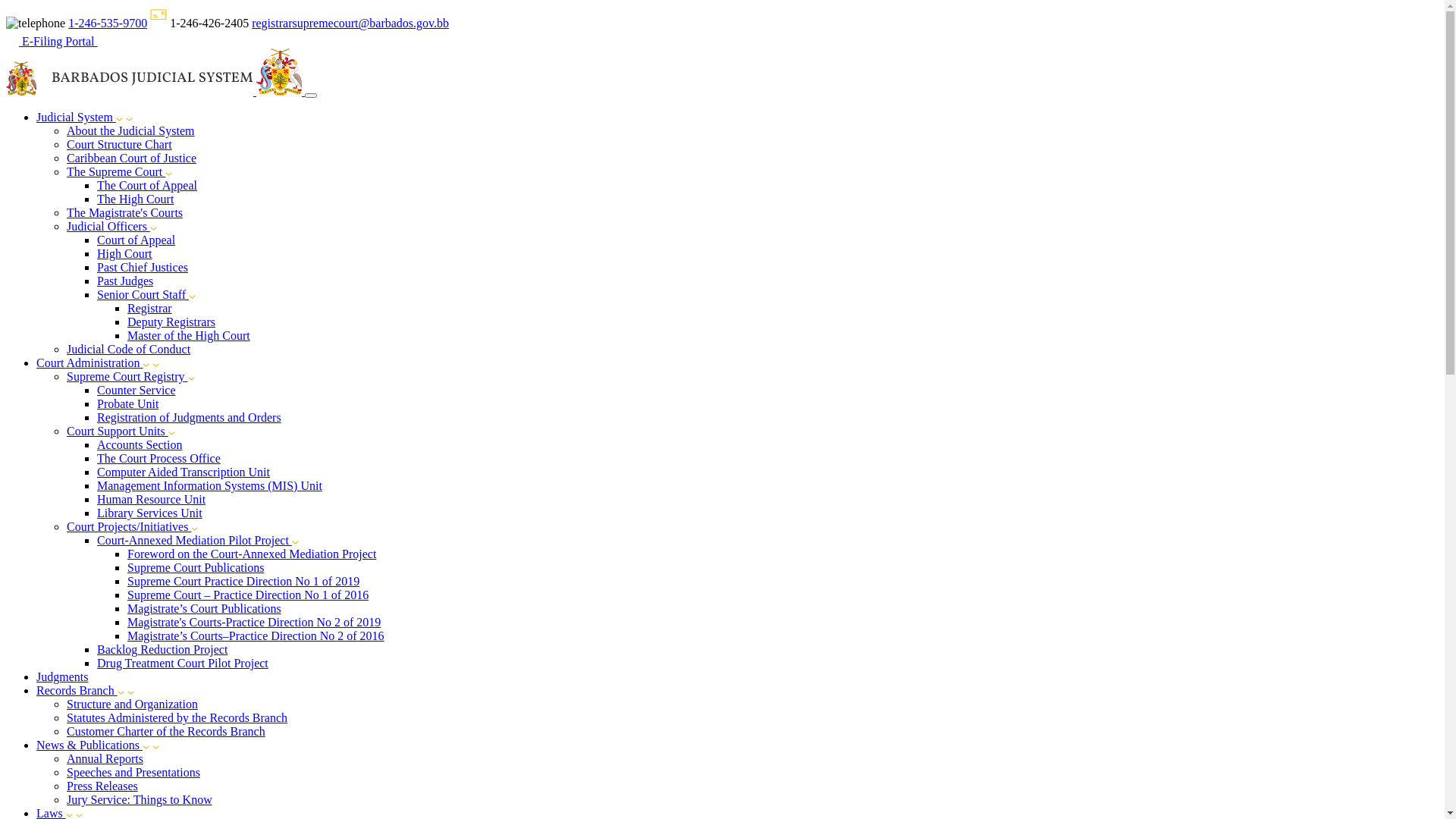 This screenshot has width=1456, height=819. I want to click on 'Judgments', so click(61, 676).